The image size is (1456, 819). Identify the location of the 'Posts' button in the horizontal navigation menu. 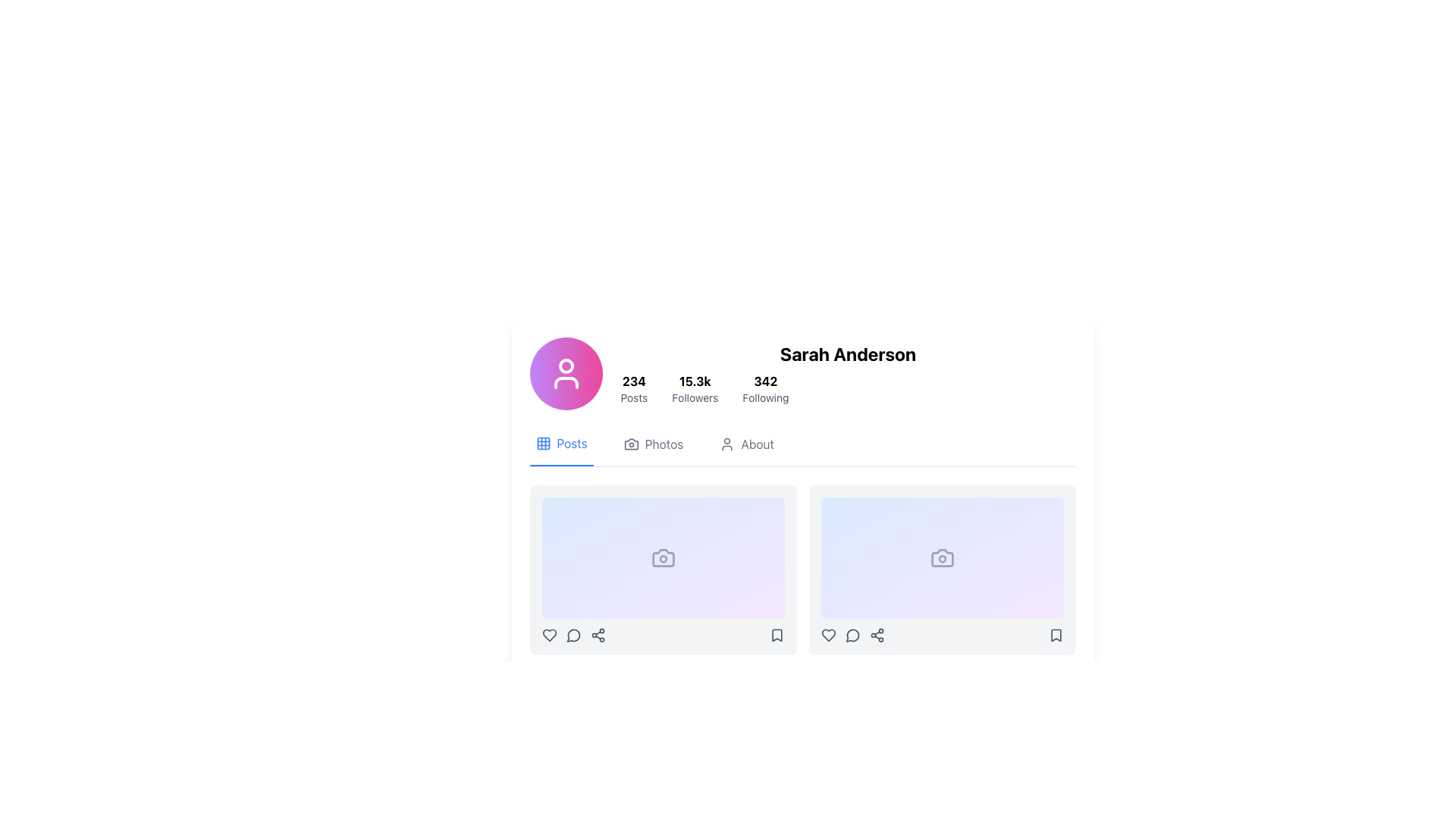
(560, 450).